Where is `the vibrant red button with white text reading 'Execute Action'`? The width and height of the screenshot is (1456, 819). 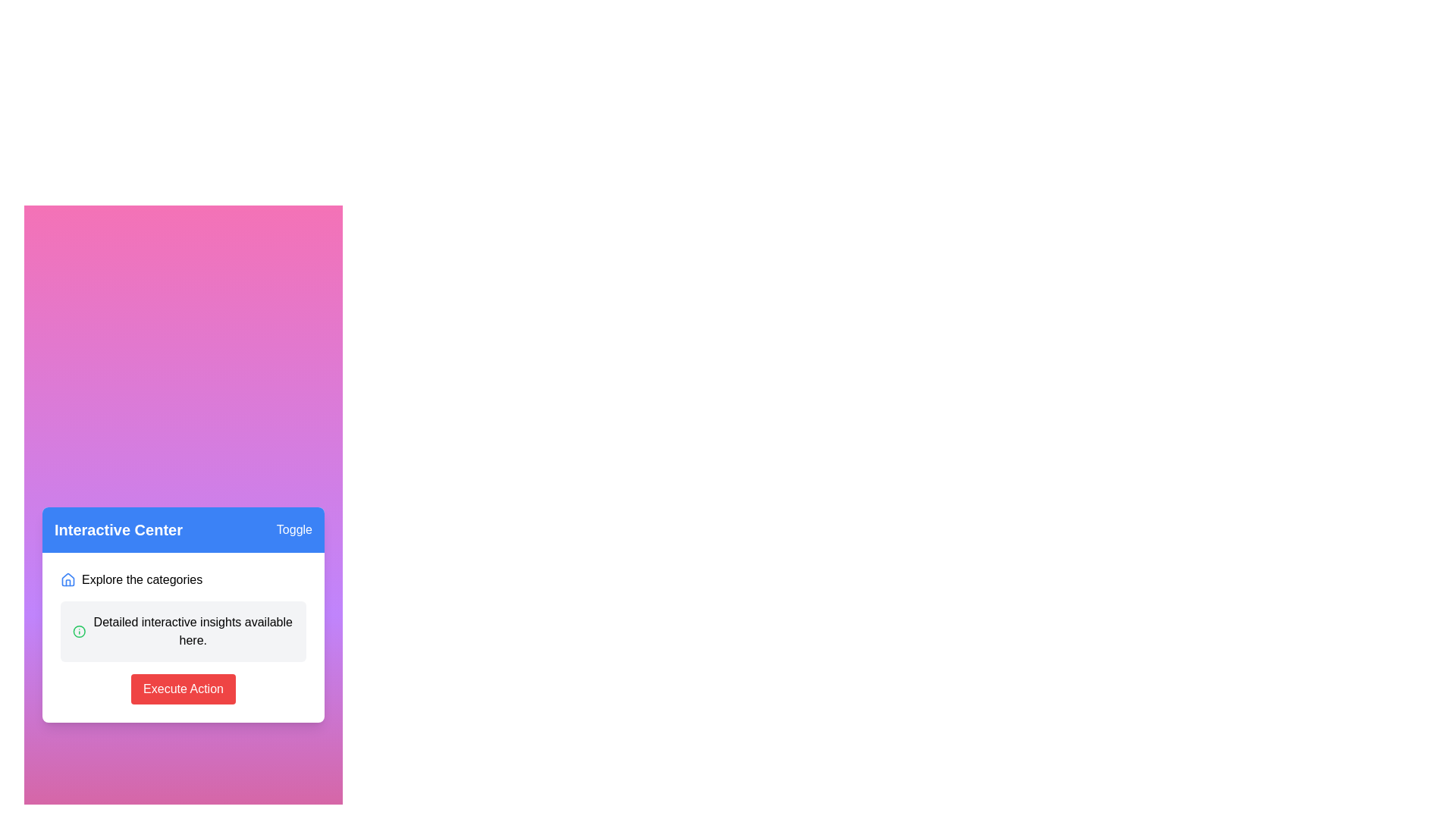
the vibrant red button with white text reading 'Execute Action' is located at coordinates (182, 689).